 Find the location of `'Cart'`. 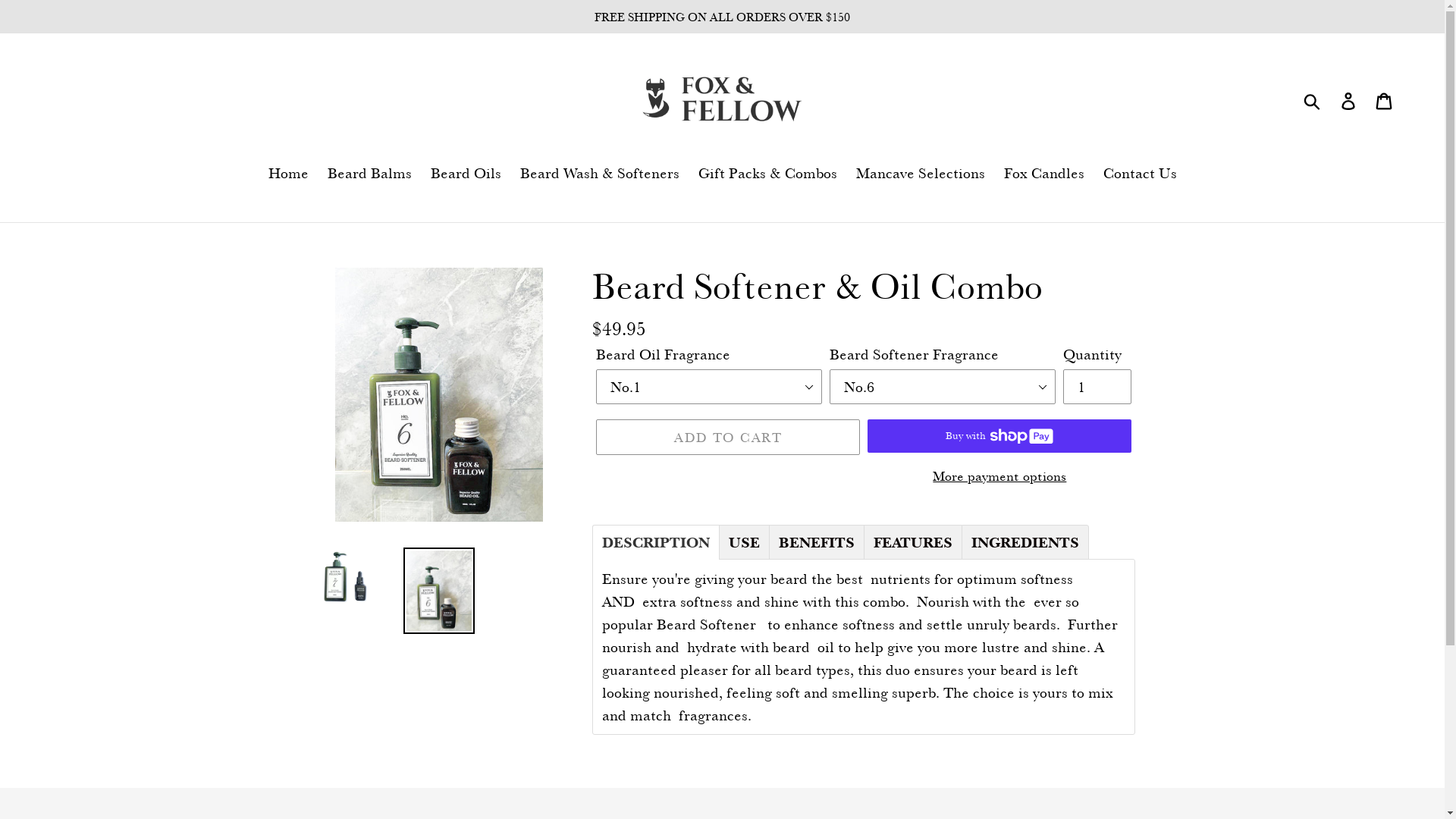

'Cart' is located at coordinates (1385, 99).